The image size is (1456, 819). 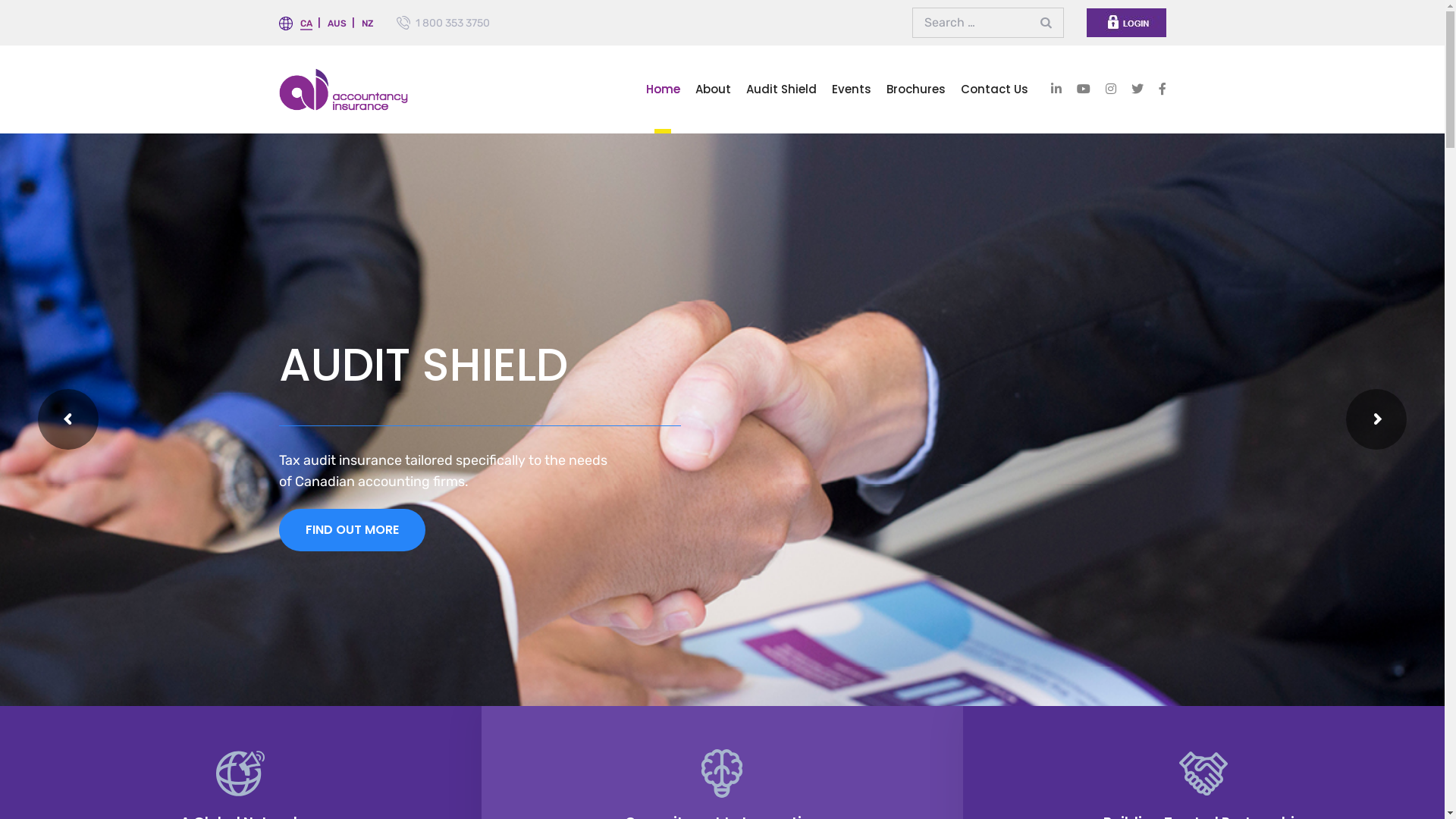 What do you see at coordinates (914, 89) in the screenshot?
I see `'Brochures'` at bounding box center [914, 89].